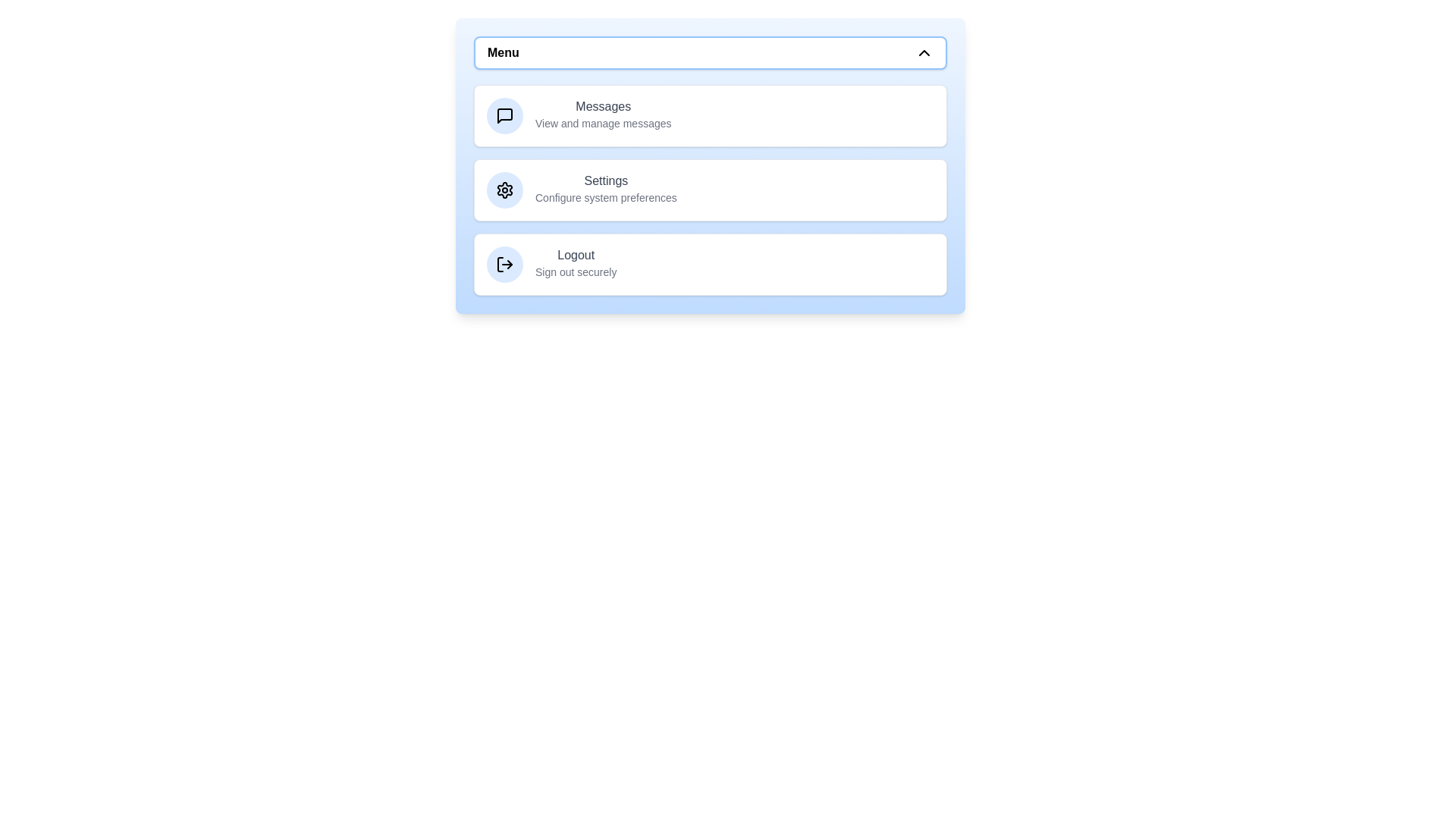 Image resolution: width=1456 pixels, height=819 pixels. What do you see at coordinates (505, 115) in the screenshot?
I see `the icon for Messages in the menu` at bounding box center [505, 115].